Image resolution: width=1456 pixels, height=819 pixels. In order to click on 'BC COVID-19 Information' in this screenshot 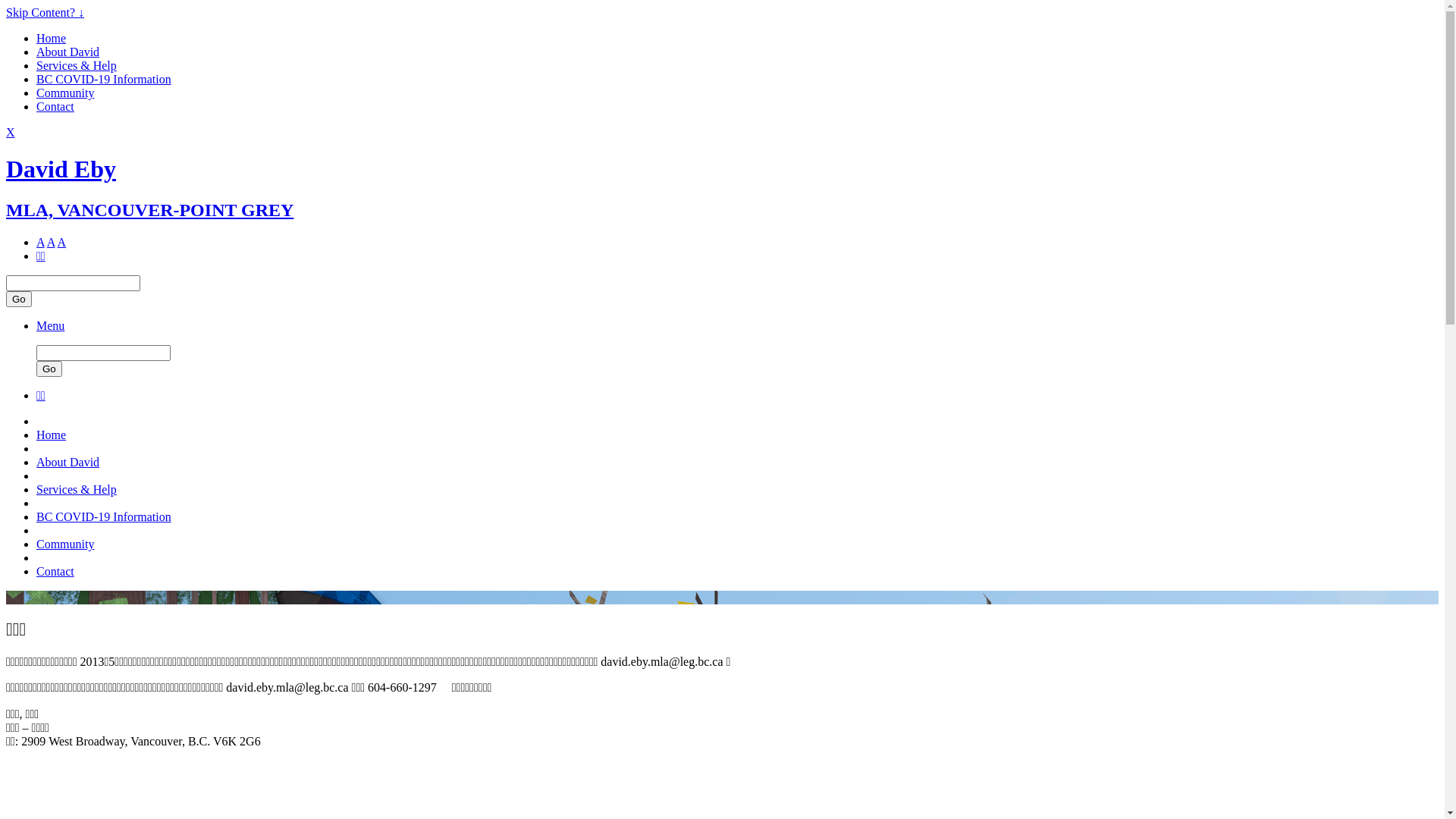, I will do `click(103, 79)`.